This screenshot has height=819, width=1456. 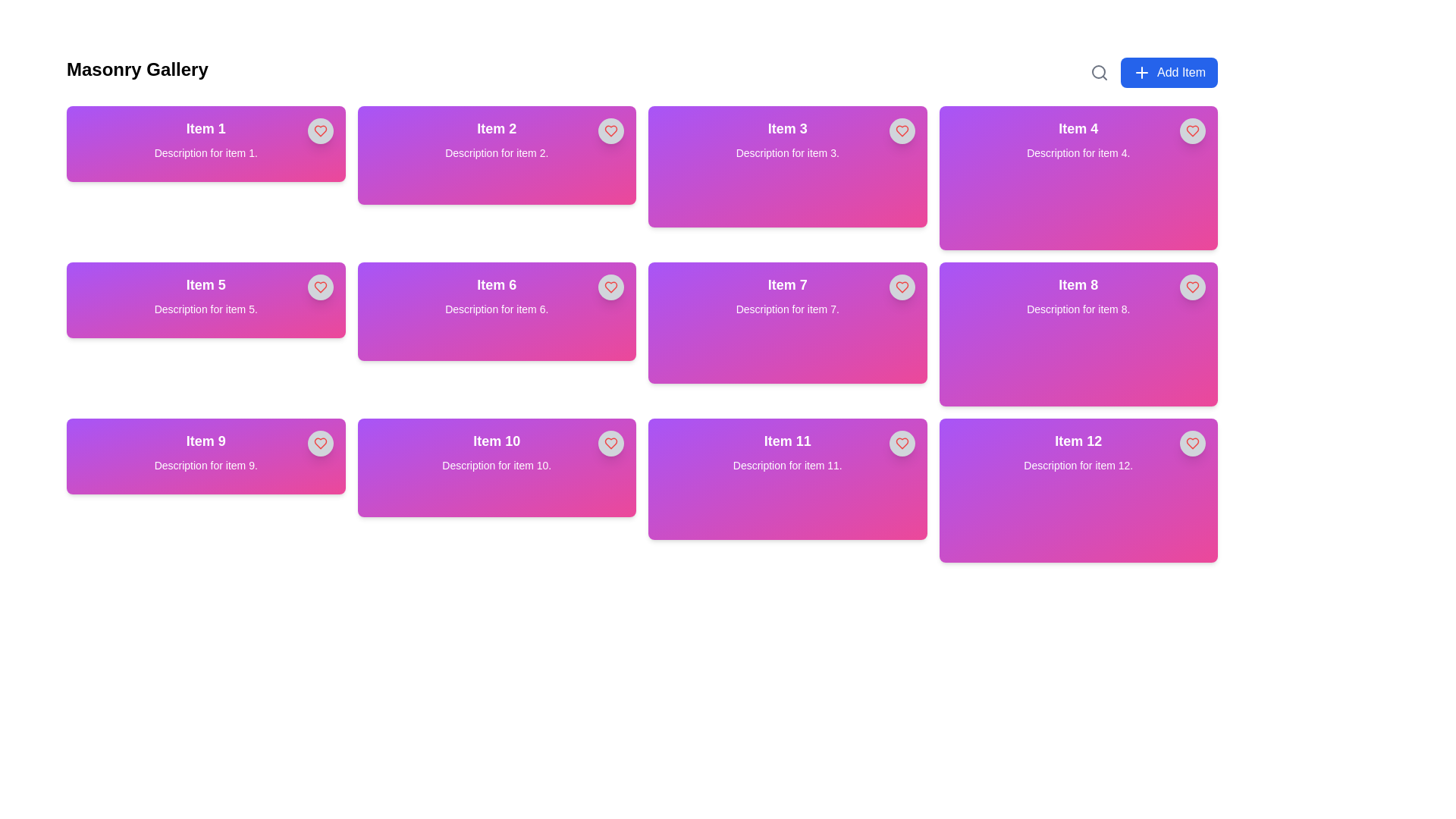 What do you see at coordinates (497, 309) in the screenshot?
I see `the static text element displaying 'Description for item 6.' which is located below the title 'Item 6' in a grid layout` at bounding box center [497, 309].